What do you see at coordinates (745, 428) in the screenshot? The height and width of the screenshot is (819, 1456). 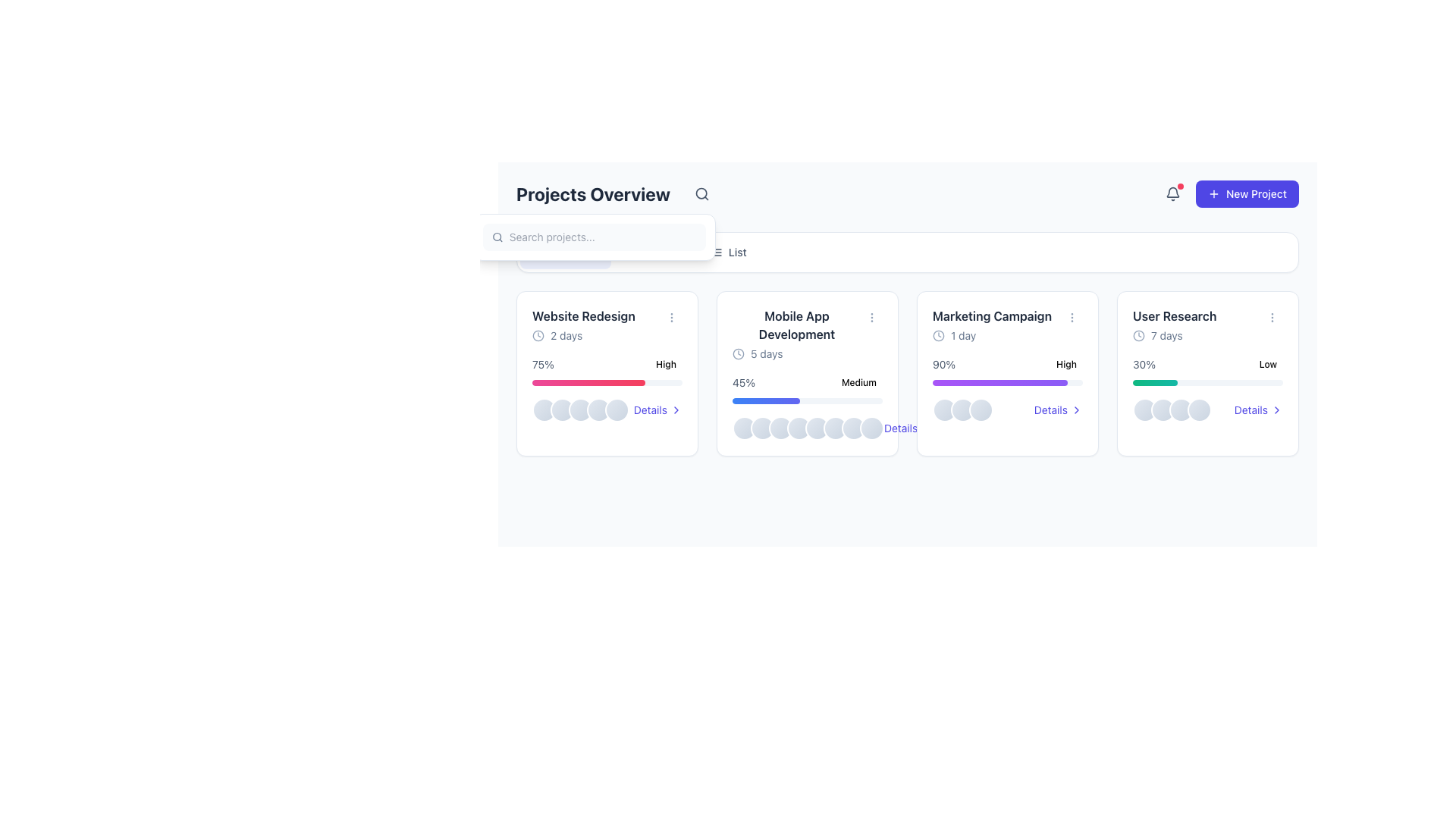 I see `the leftmost circular status indicator, which has a gradient background and a white border, located in the lower central section of the 'Mobile App Development' card` at bounding box center [745, 428].